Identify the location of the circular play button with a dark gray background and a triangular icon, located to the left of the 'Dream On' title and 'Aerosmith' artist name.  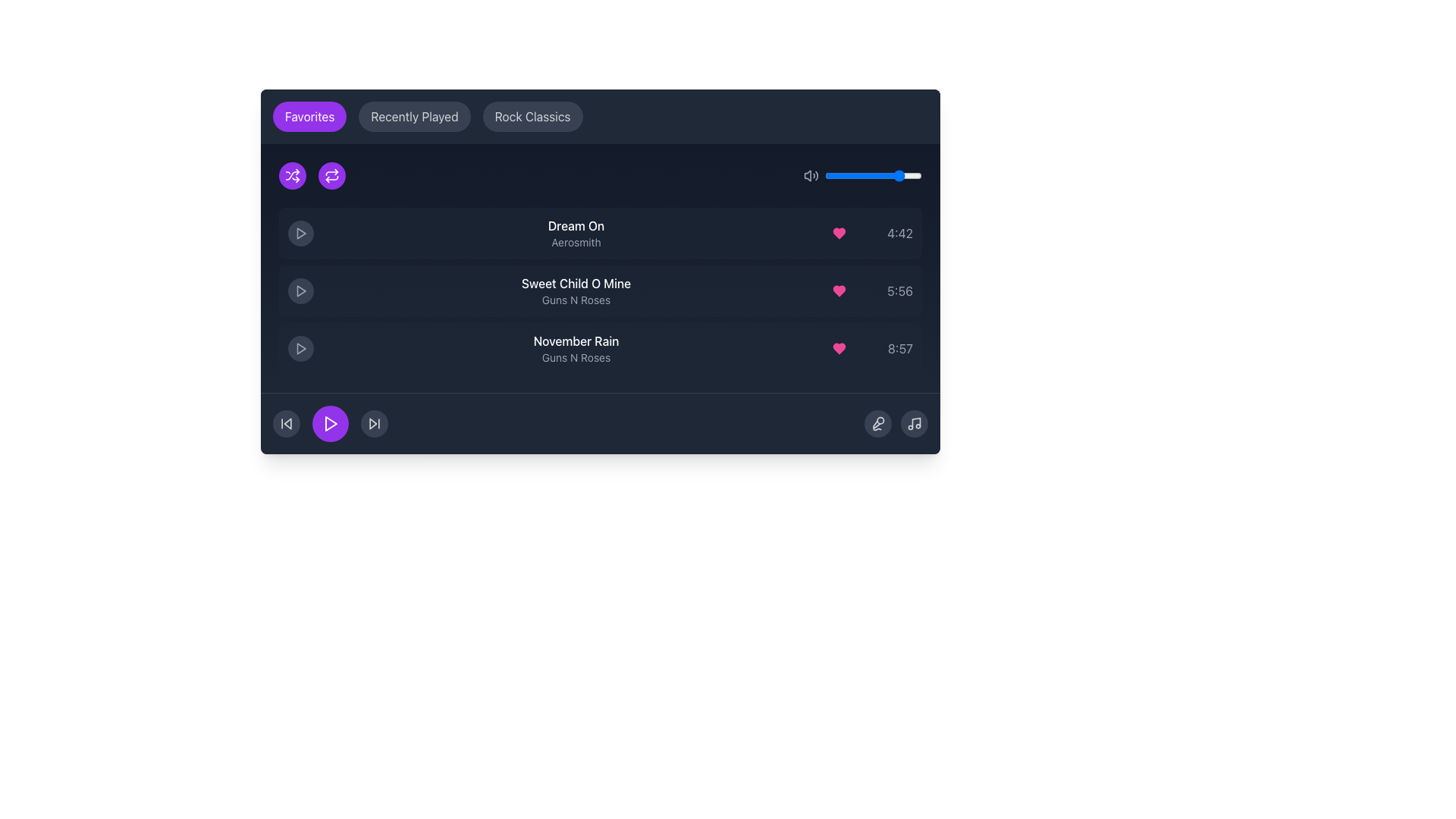
(301, 234).